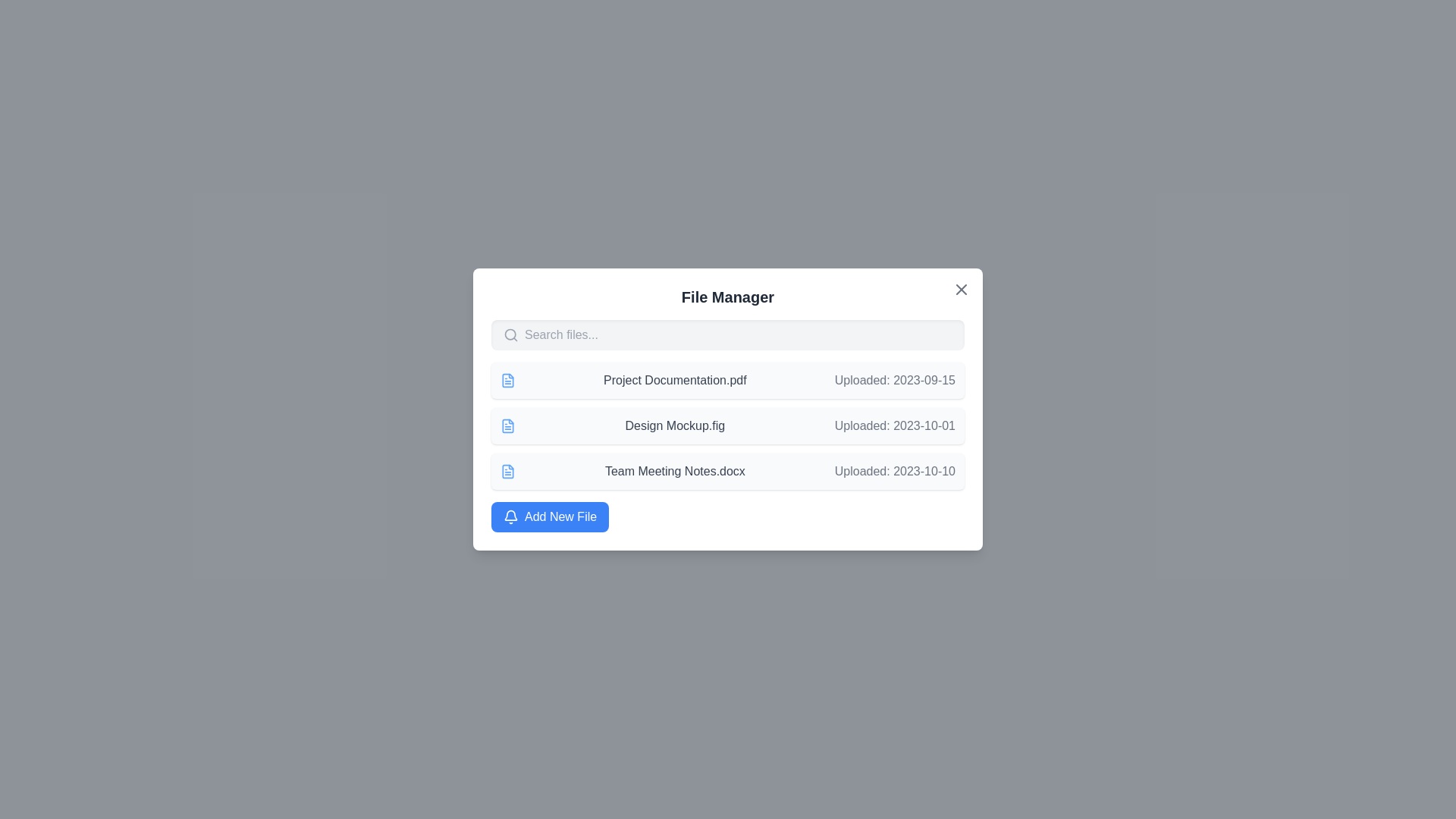  Describe the element at coordinates (728, 334) in the screenshot. I see `the search input field located below the title 'File Manager' in the file manager interface to filter files` at that location.